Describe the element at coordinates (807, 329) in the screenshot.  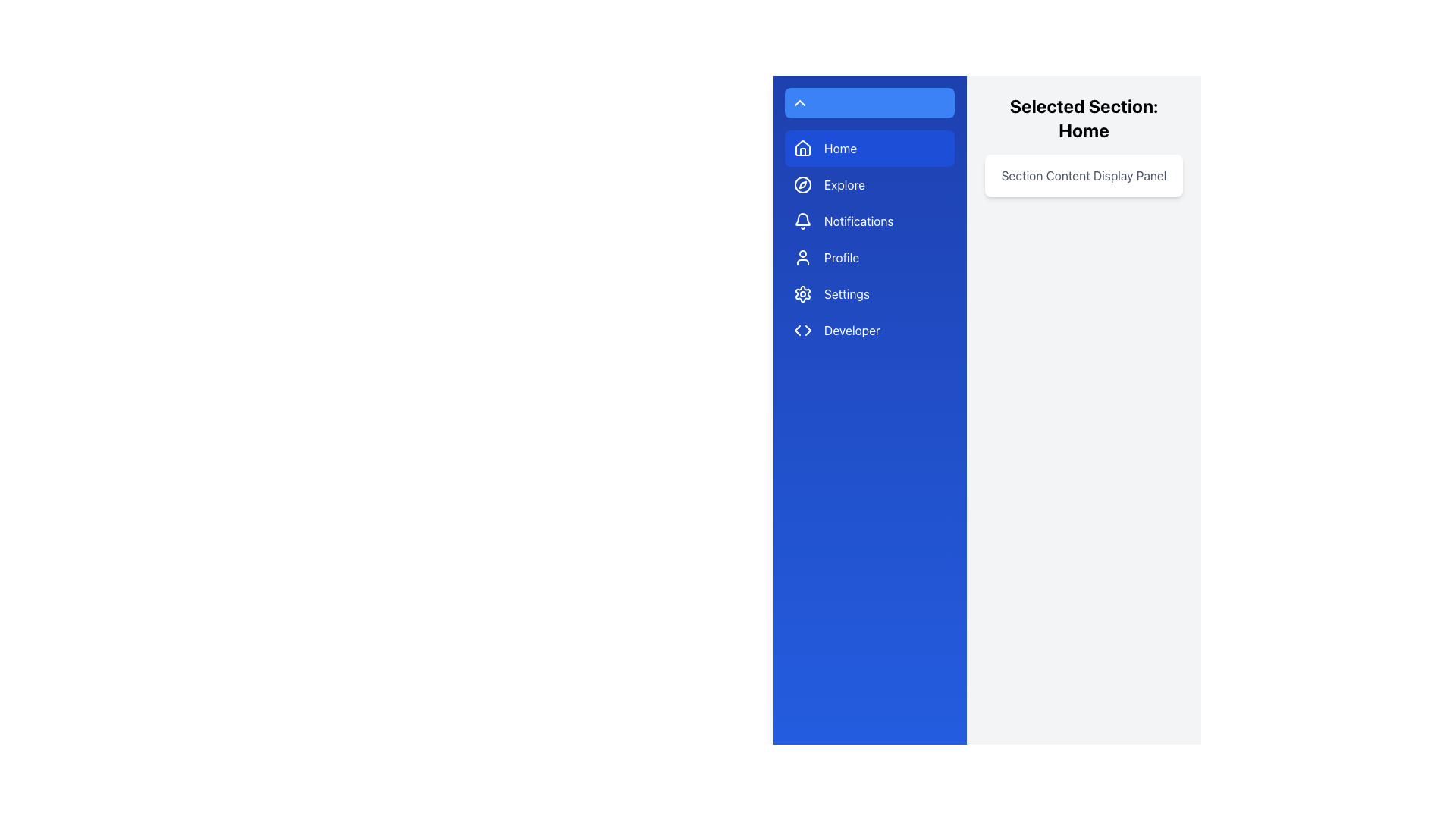
I see `the right-pointing arrow icon located next to the 'Developer' menu item, which is part of a blue-themed interface` at that location.